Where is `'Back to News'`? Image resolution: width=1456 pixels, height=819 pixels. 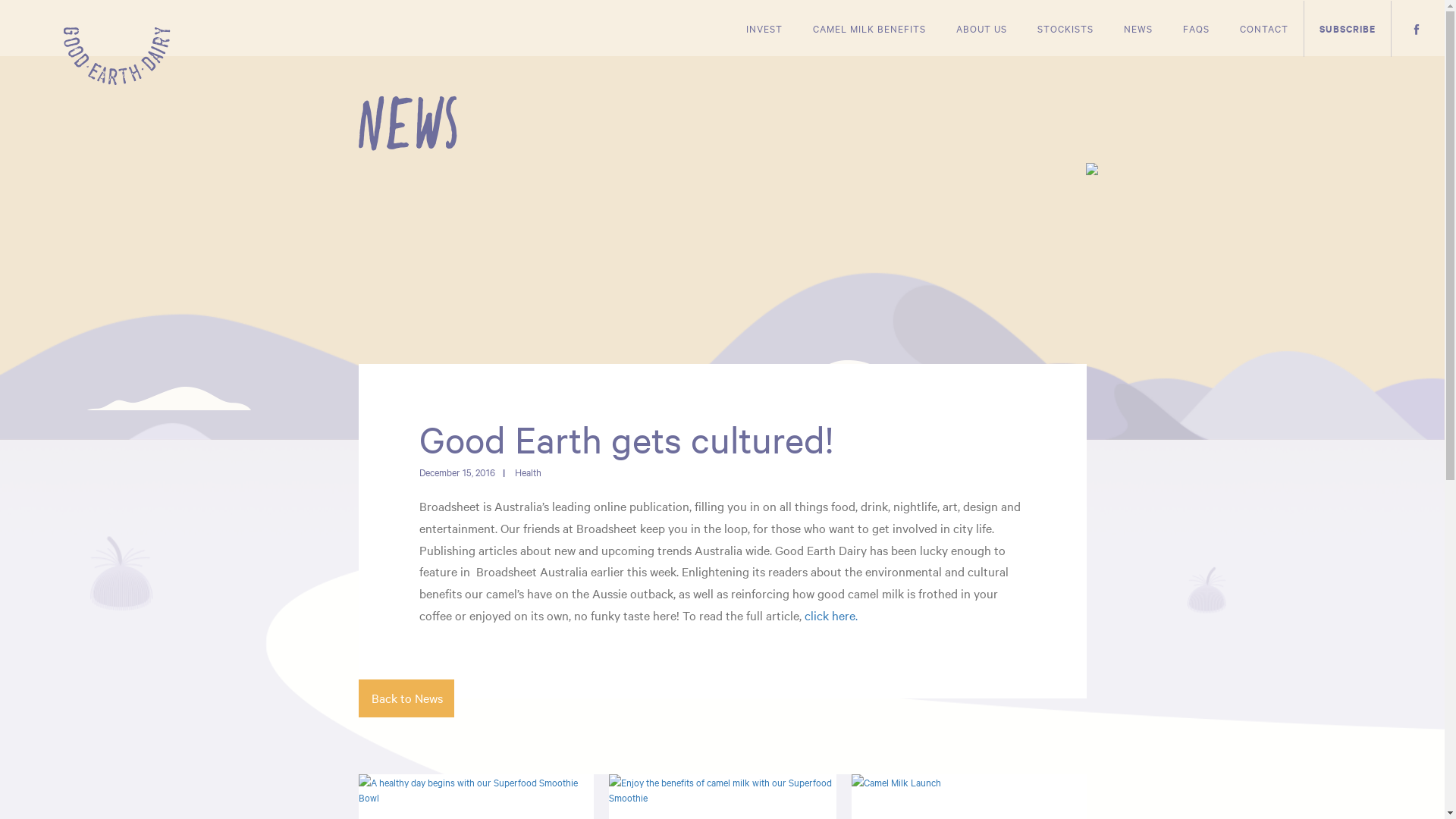
'Back to News' is located at coordinates (405, 698).